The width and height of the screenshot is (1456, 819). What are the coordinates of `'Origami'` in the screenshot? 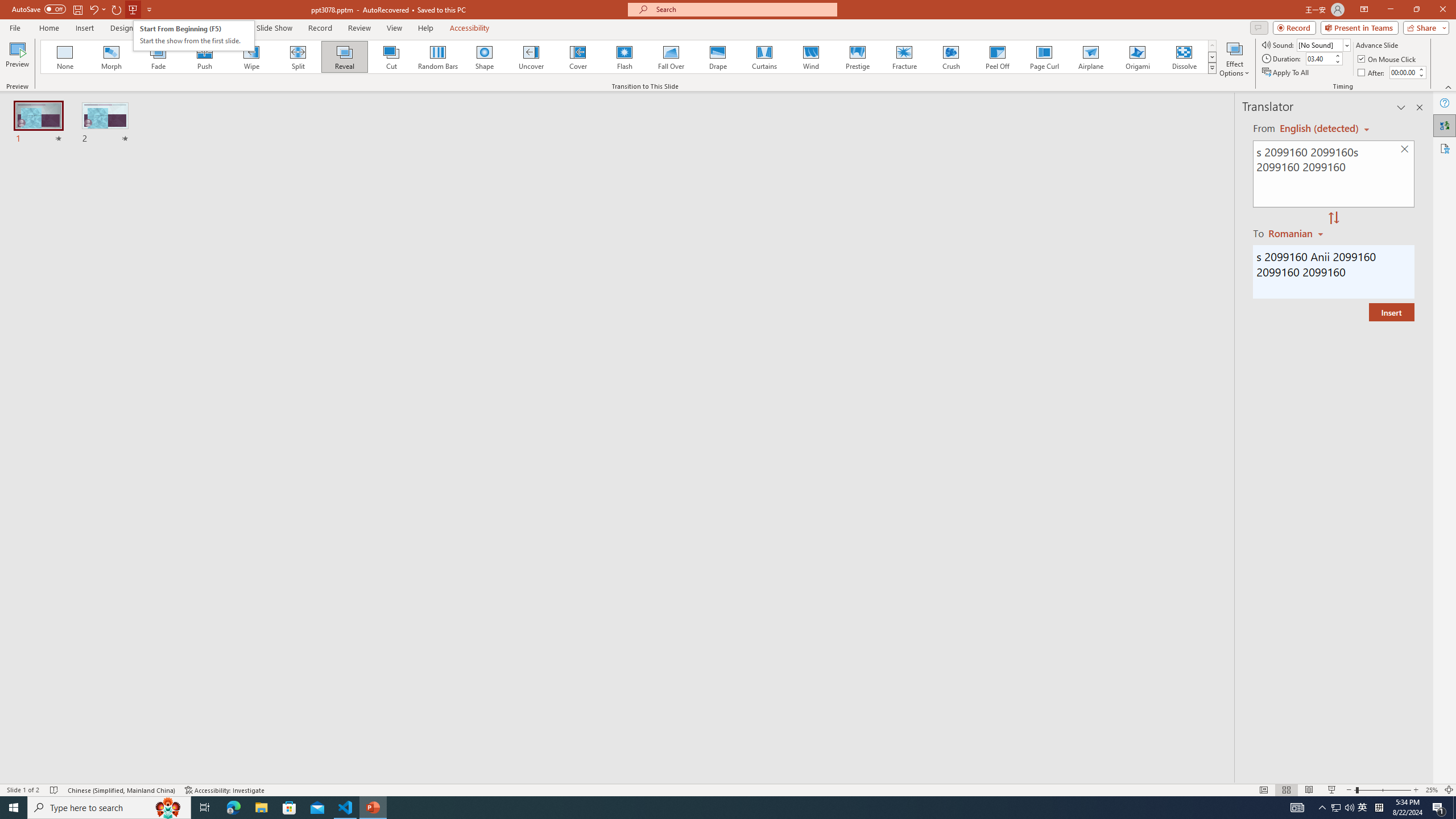 It's located at (1136, 56).